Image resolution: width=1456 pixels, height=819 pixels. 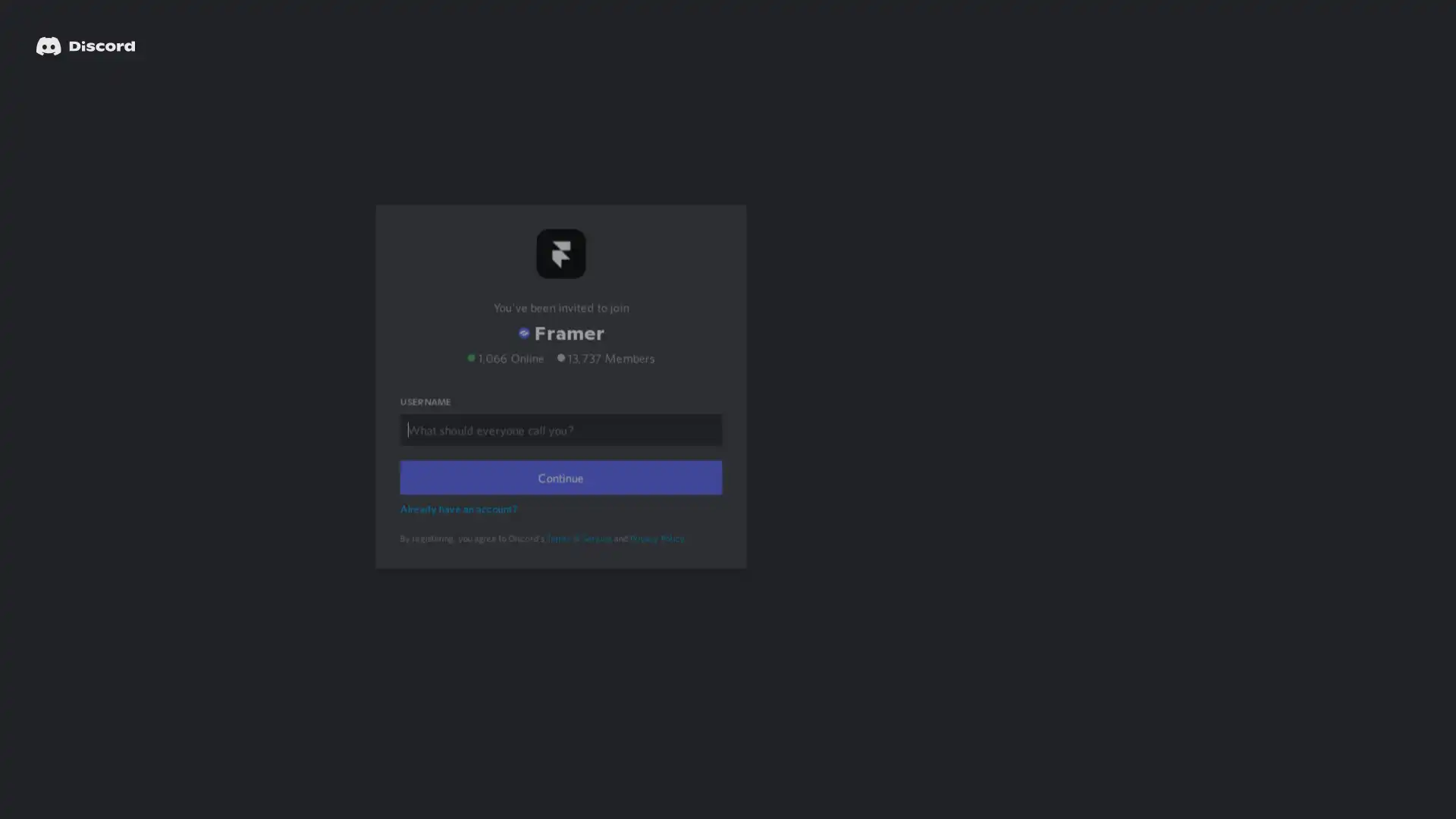 What do you see at coordinates (560, 497) in the screenshot?
I see `Continue` at bounding box center [560, 497].